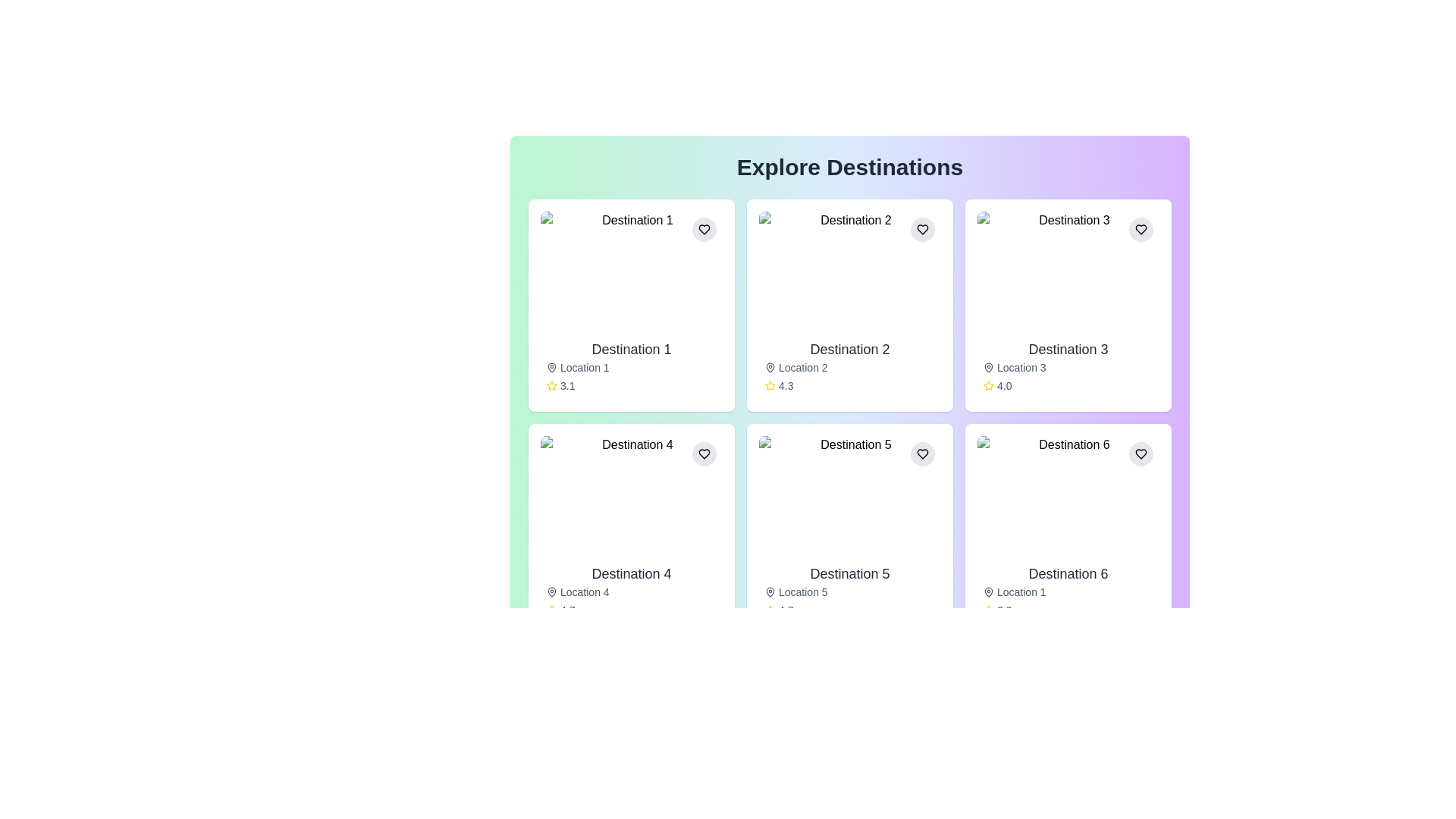  I want to click on the heart-shaped decorative icon to mark 'Destination 4' as favorite, so click(704, 453).